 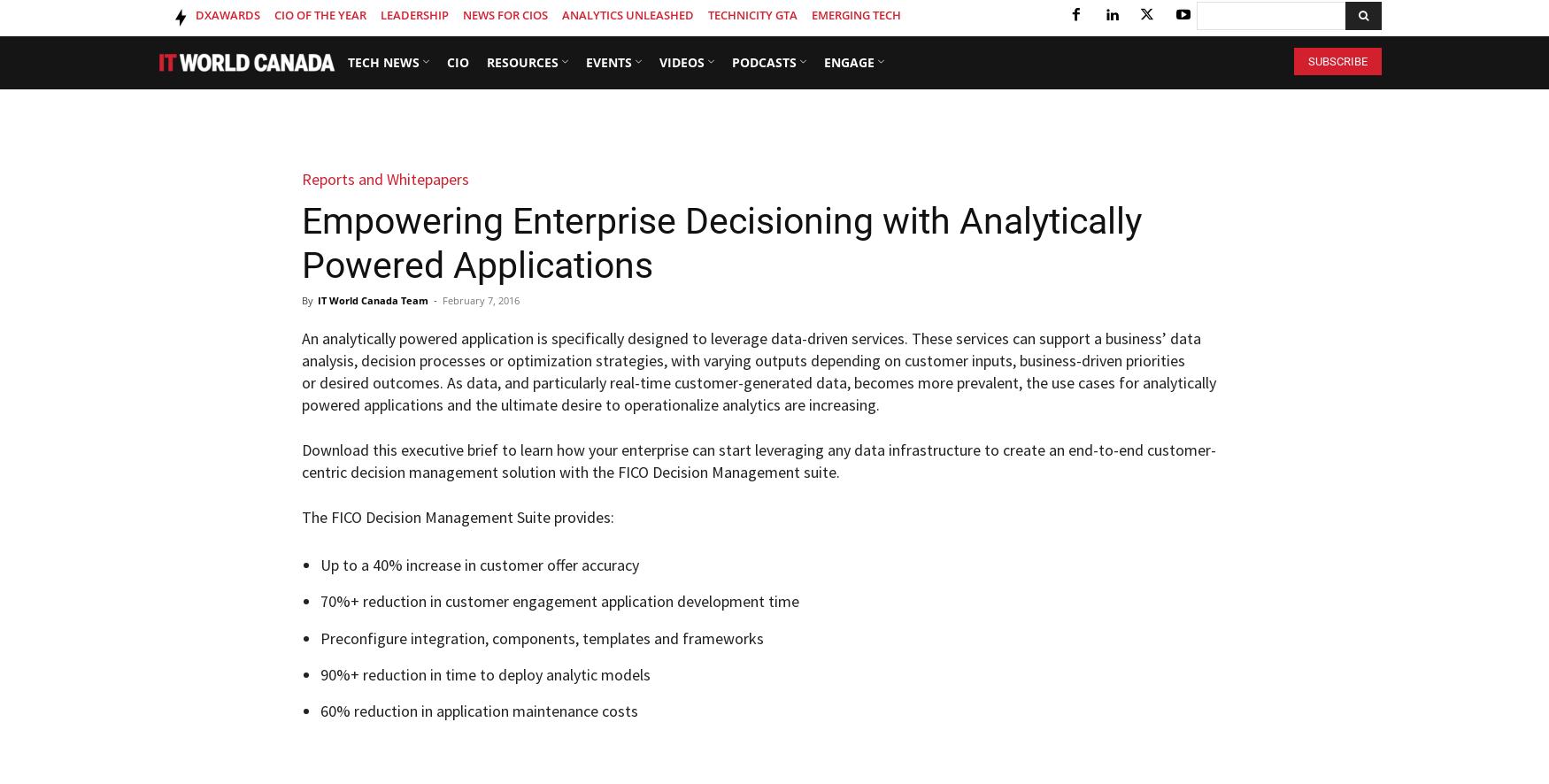 What do you see at coordinates (414, 14) in the screenshot?
I see `'Leadership'` at bounding box center [414, 14].